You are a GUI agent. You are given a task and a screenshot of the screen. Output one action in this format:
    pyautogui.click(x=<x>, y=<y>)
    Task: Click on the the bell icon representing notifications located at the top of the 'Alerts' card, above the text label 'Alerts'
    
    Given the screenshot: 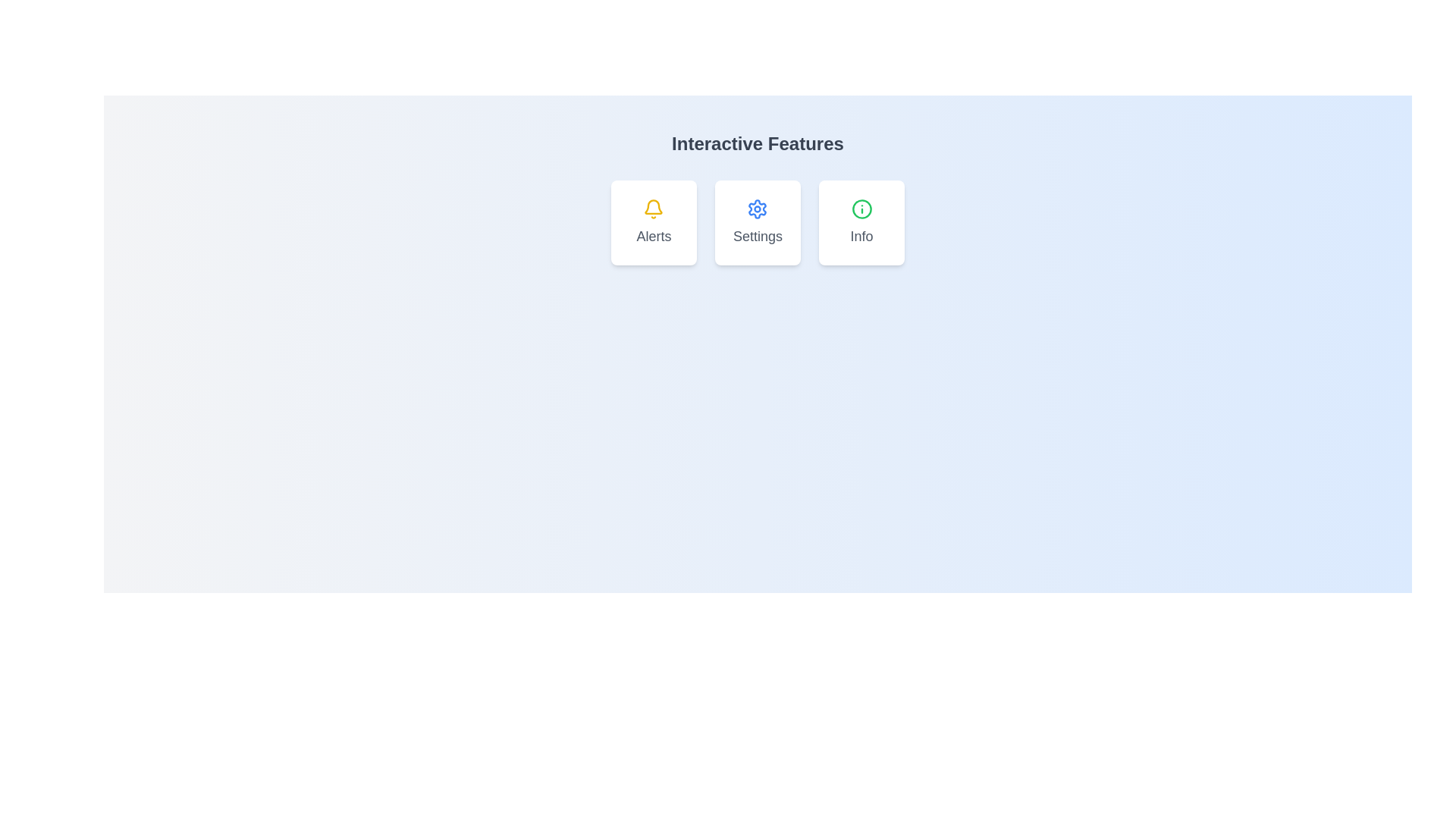 What is the action you would take?
    pyautogui.click(x=654, y=209)
    